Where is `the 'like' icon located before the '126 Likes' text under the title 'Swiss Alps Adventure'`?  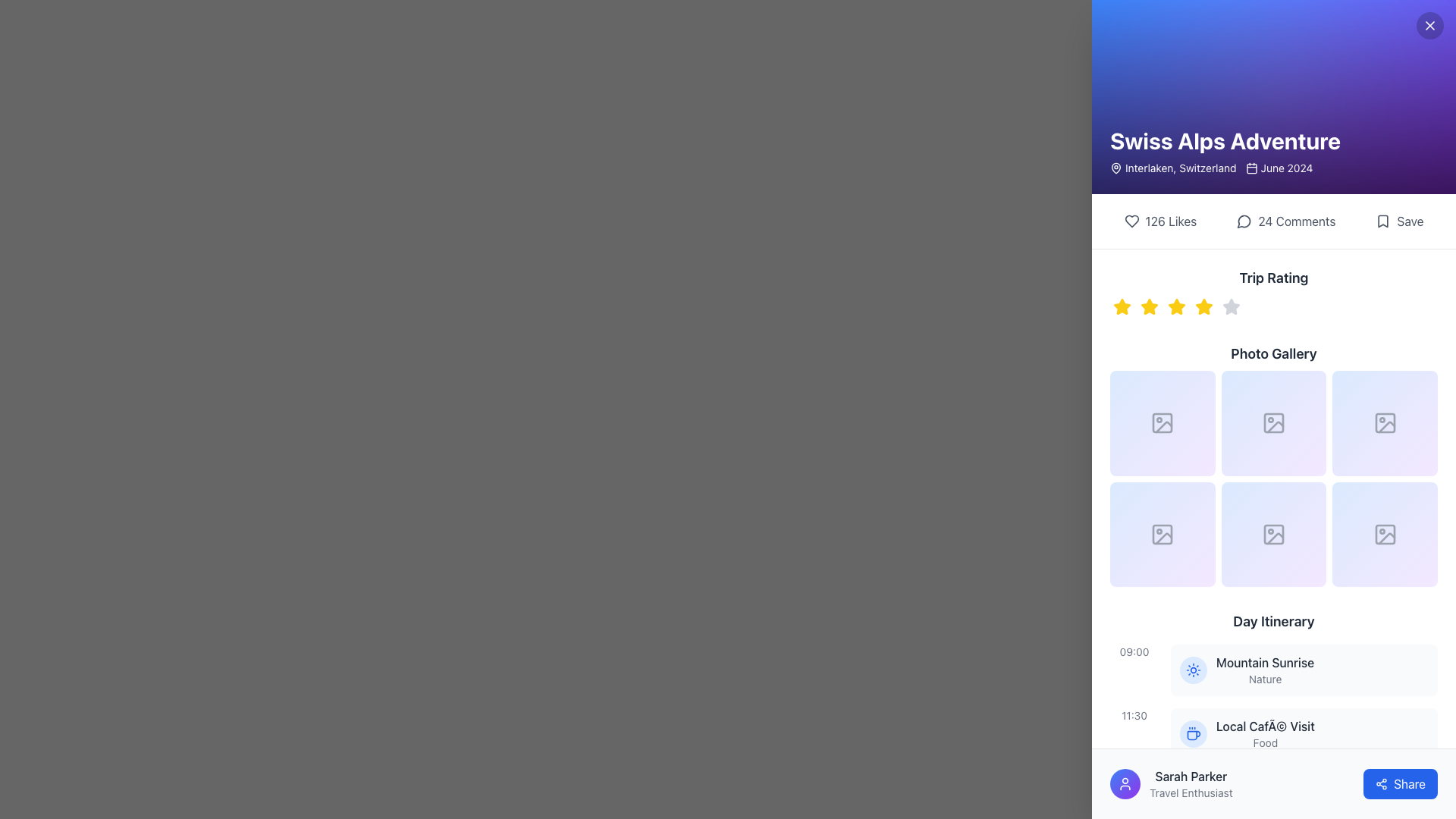 the 'like' icon located before the '126 Likes' text under the title 'Swiss Alps Adventure' is located at coordinates (1131, 221).